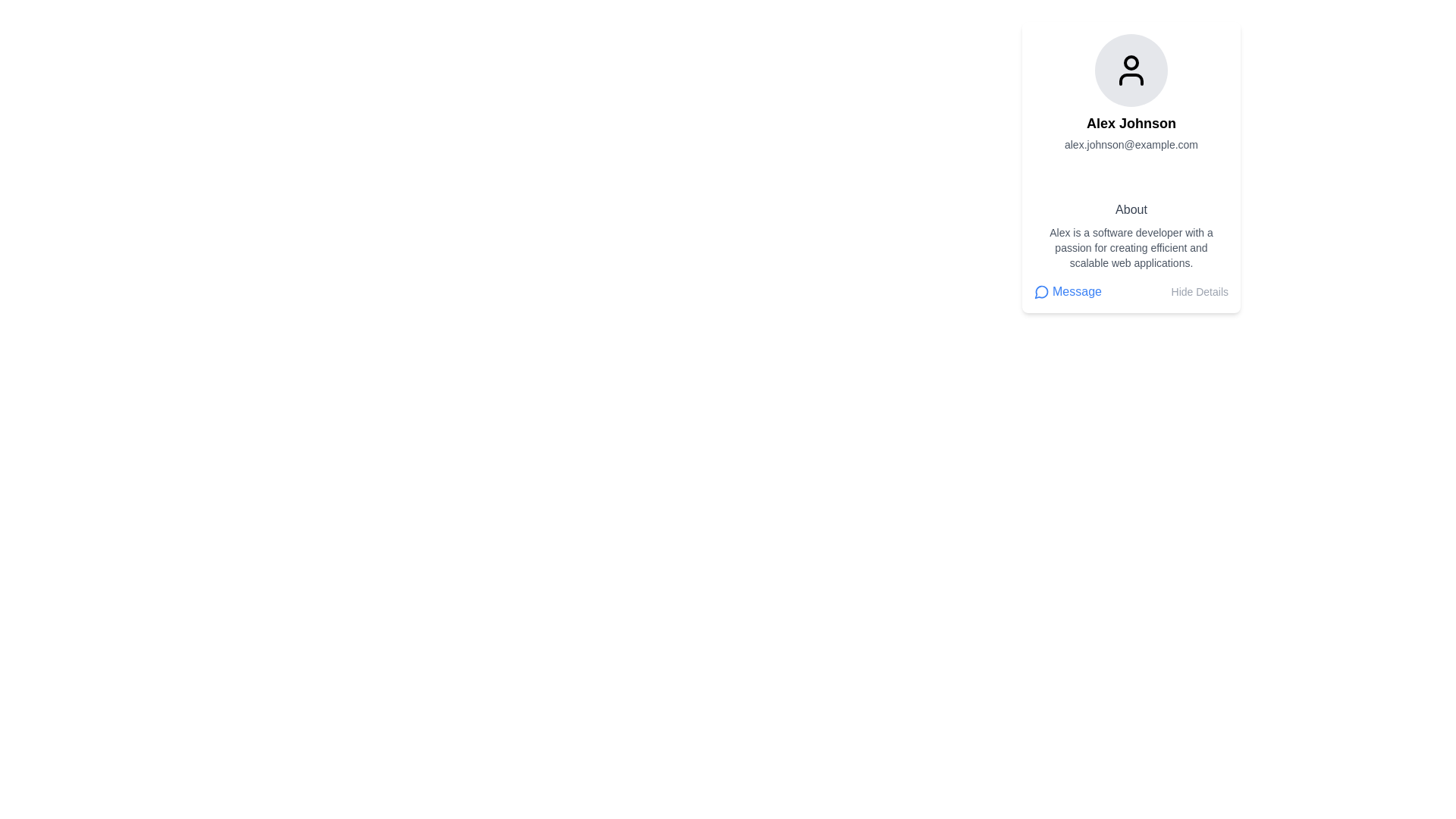 Image resolution: width=1456 pixels, height=819 pixels. I want to click on the Descriptive Text Block that provides information about Alex Johnson's profession and interests, located in the card interface after the 'Like' button, so click(1131, 236).